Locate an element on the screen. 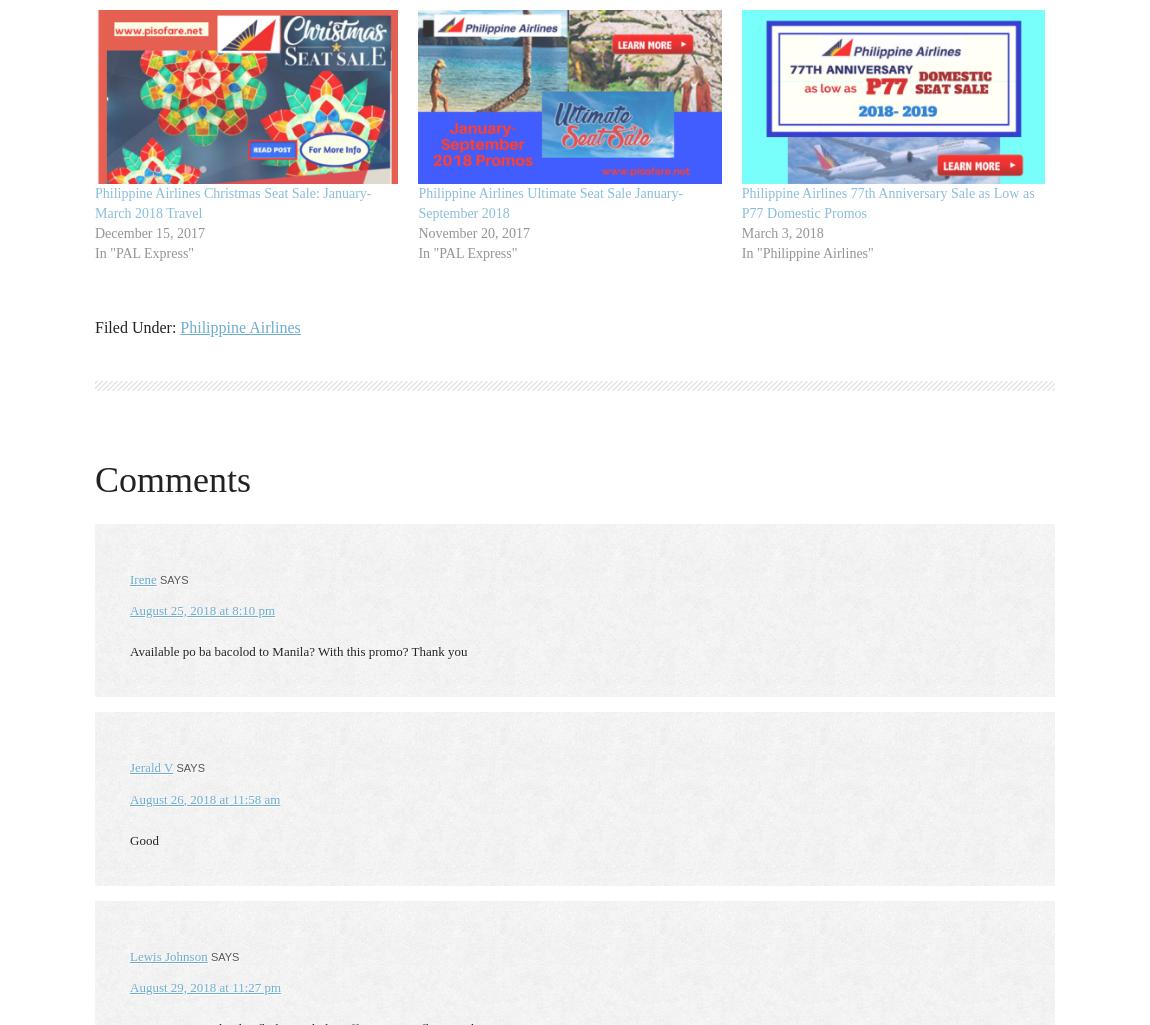 This screenshot has width=1150, height=1025. 'Lewis Johnson' is located at coordinates (167, 955).